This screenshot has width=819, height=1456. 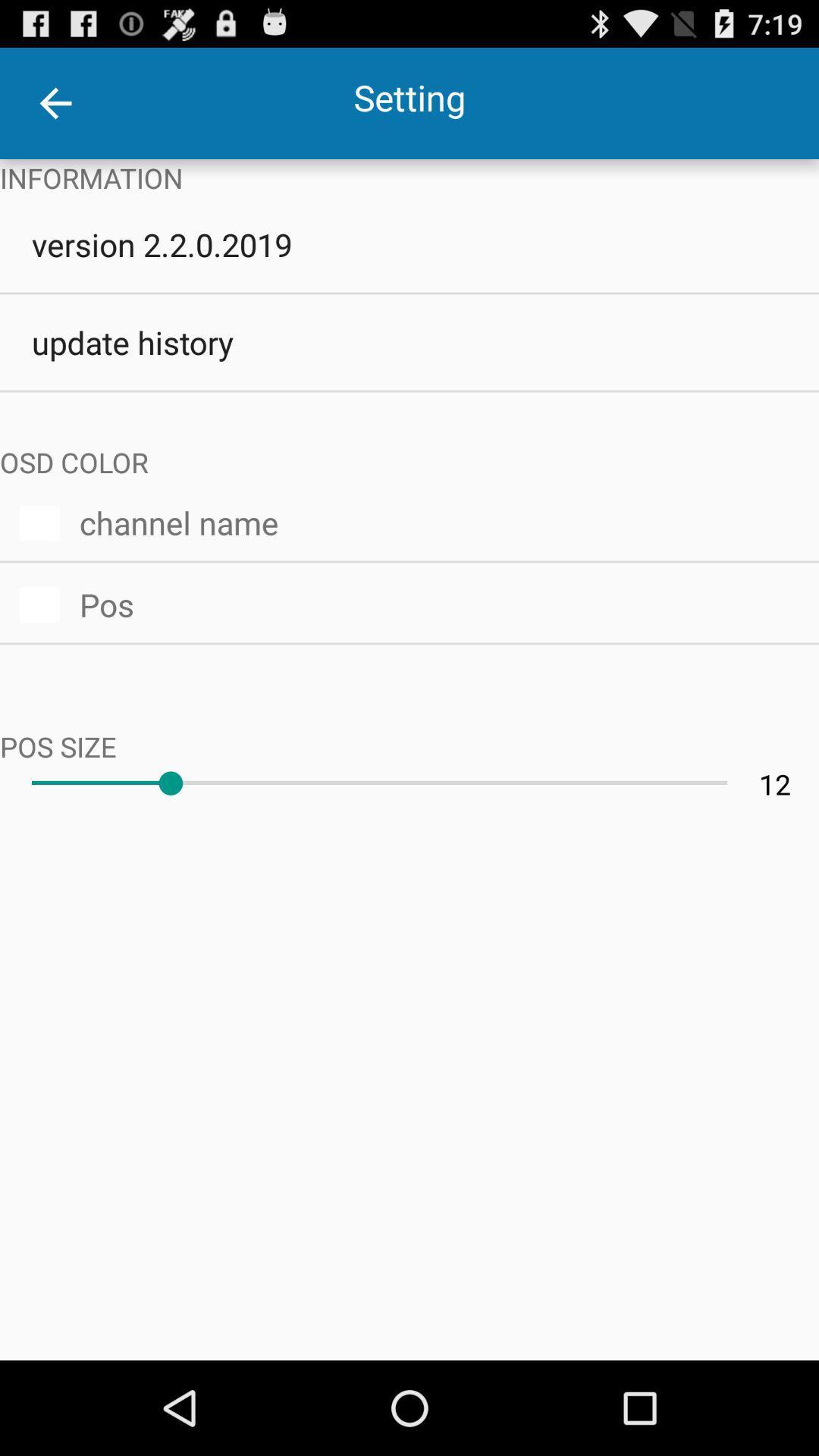 What do you see at coordinates (409, 244) in the screenshot?
I see `the version 2 2 icon` at bounding box center [409, 244].